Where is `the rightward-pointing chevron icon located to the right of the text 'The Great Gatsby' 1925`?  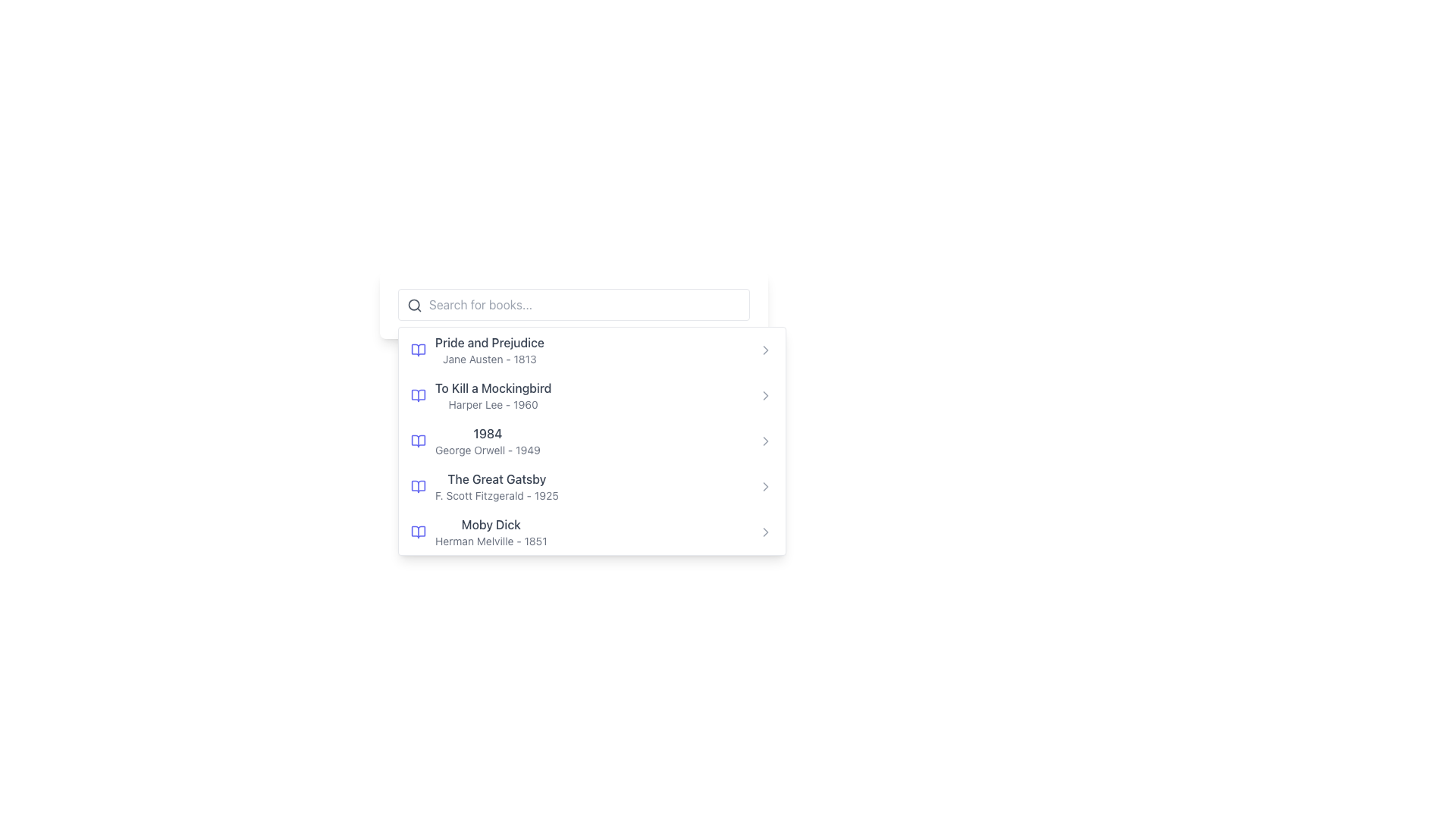 the rightward-pointing chevron icon located to the right of the text 'The Great Gatsby' 1925 is located at coordinates (765, 486).